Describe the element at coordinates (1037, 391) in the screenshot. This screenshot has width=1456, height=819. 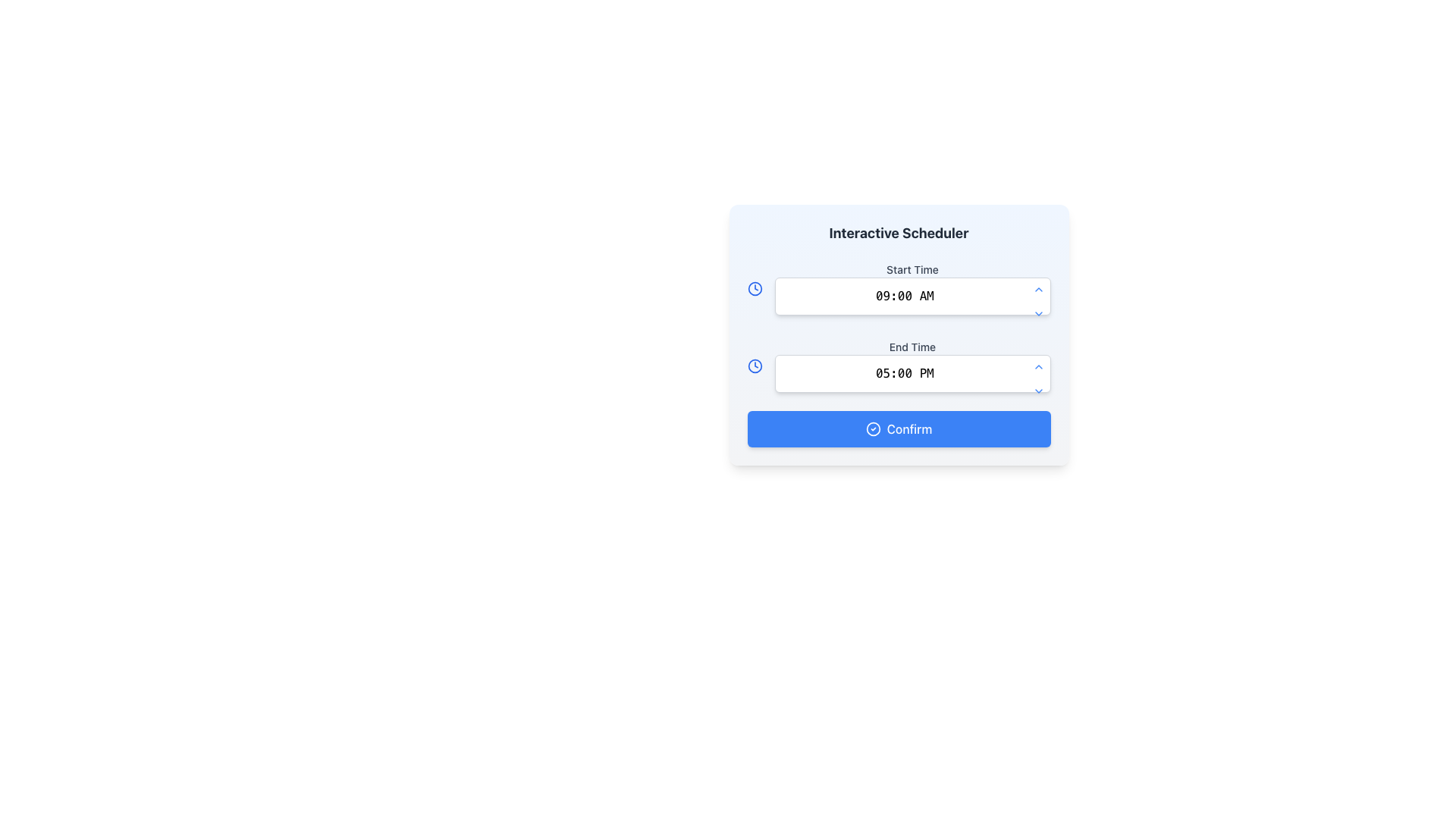
I see `the Dropdown toggle button with a downward chevron icon located at the bottom section of the controls, right-aligned with the 'End Time' text field` at that location.